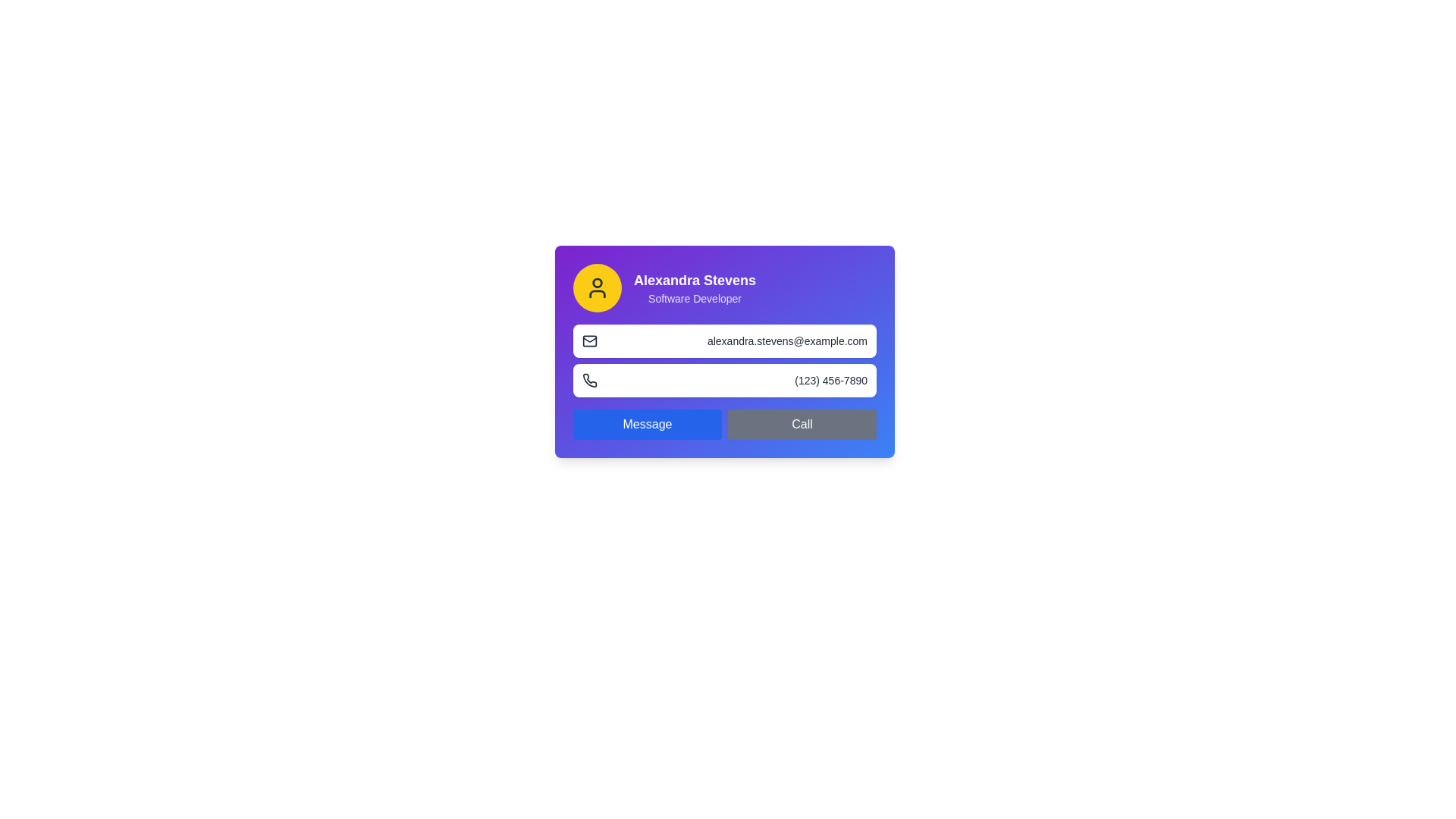 The height and width of the screenshot is (819, 1456). I want to click on the call initiation button located in the lower-right section of the card-like interface to observe styling changes, so click(801, 424).